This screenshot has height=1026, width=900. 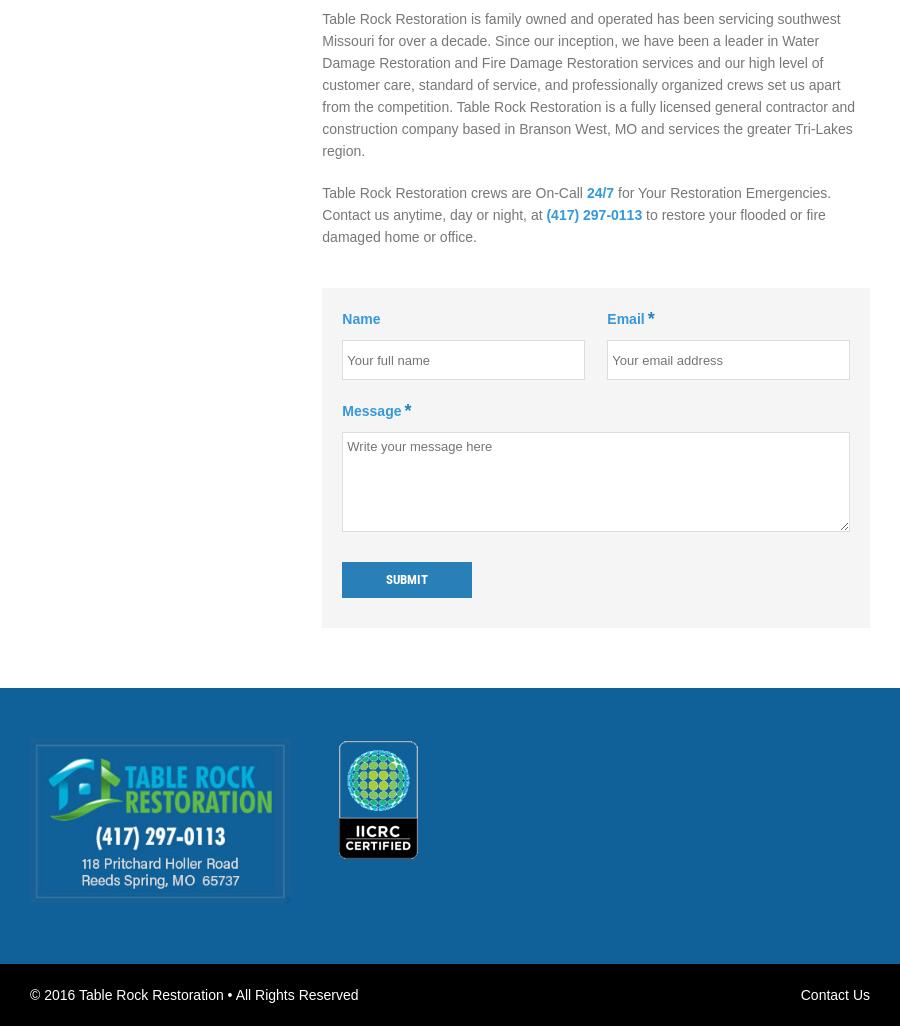 I want to click on '© 2016 Table Rock Restoration • All Rights Reserved', so click(x=28, y=992).